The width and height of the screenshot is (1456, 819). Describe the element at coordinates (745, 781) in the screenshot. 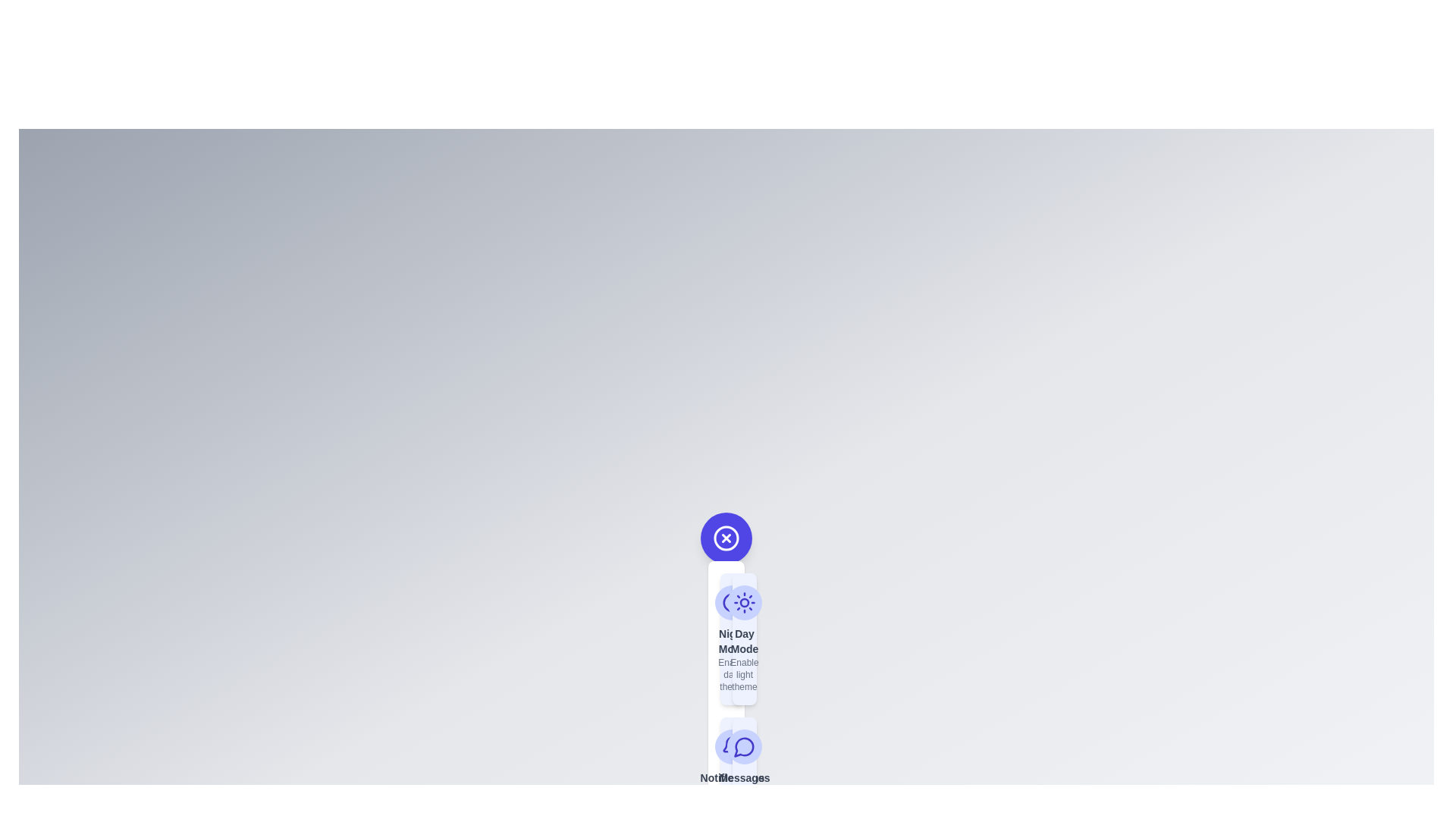

I see `the 'Messages' button to select it` at that location.